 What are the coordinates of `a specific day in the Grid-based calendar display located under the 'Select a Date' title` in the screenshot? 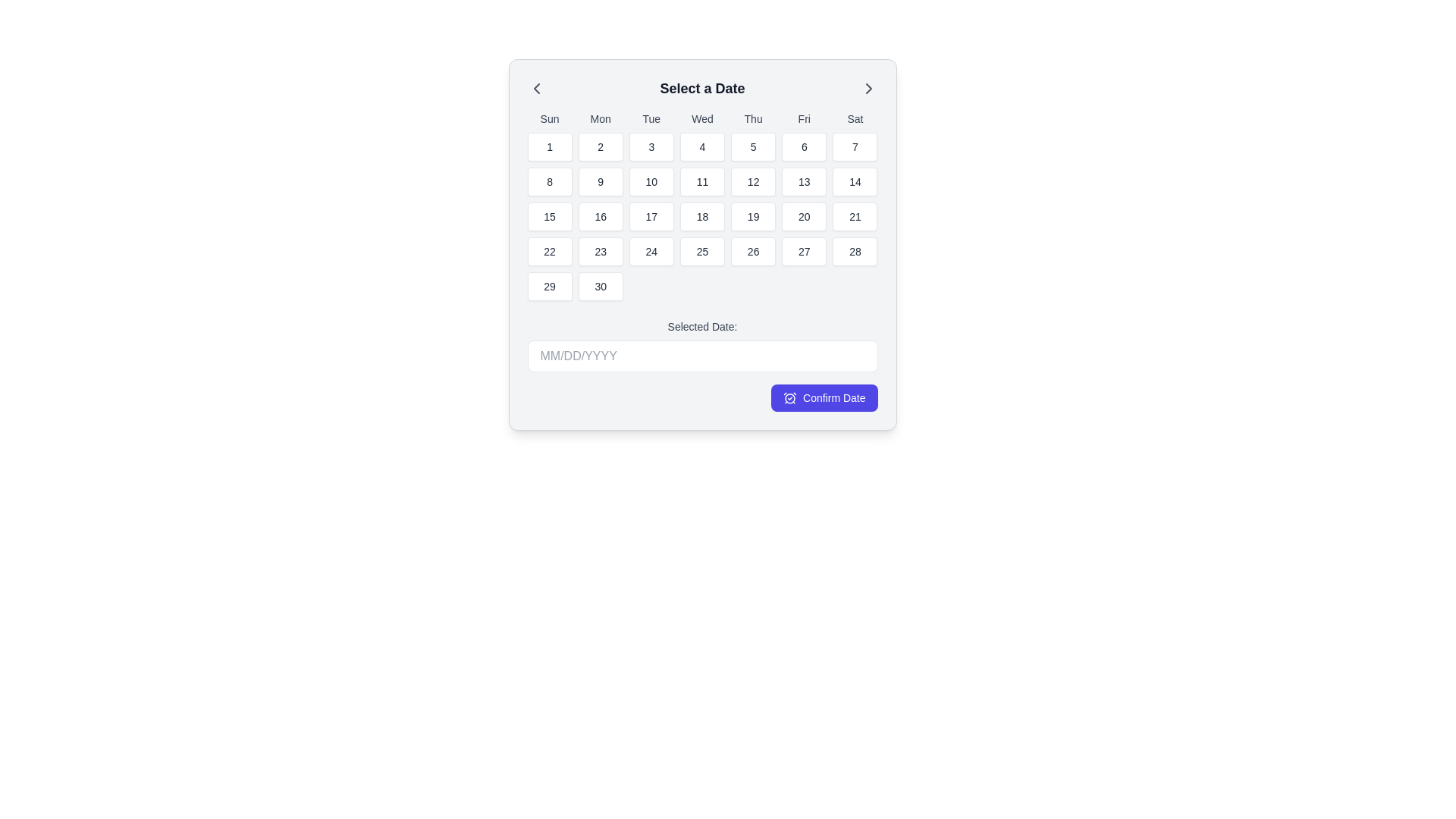 It's located at (701, 206).